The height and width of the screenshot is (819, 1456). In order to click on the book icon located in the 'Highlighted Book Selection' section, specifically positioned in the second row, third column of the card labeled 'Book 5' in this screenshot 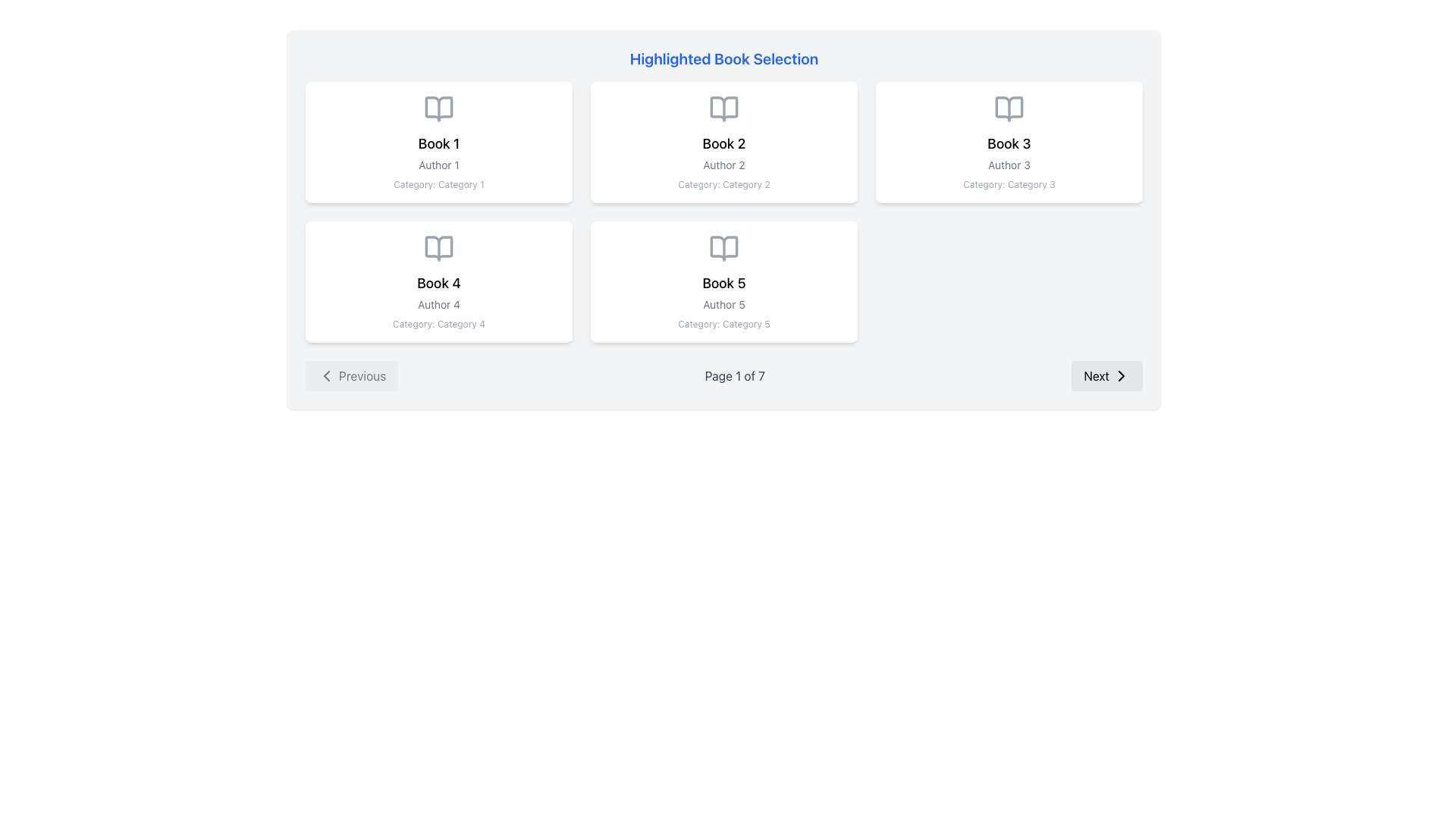, I will do `click(723, 247)`.